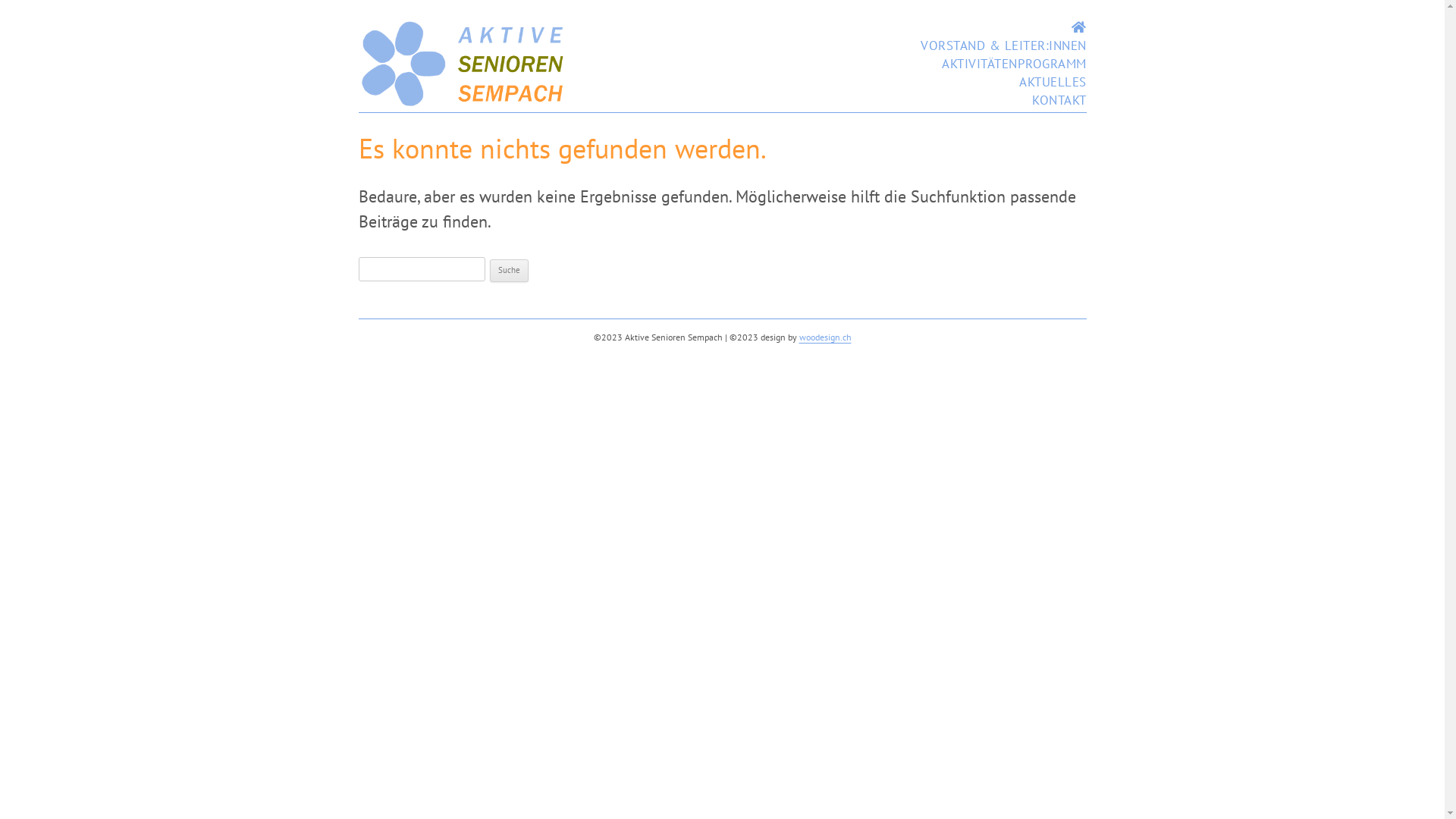  I want to click on 'Aktive Senioren Sempach', so click(463, 102).